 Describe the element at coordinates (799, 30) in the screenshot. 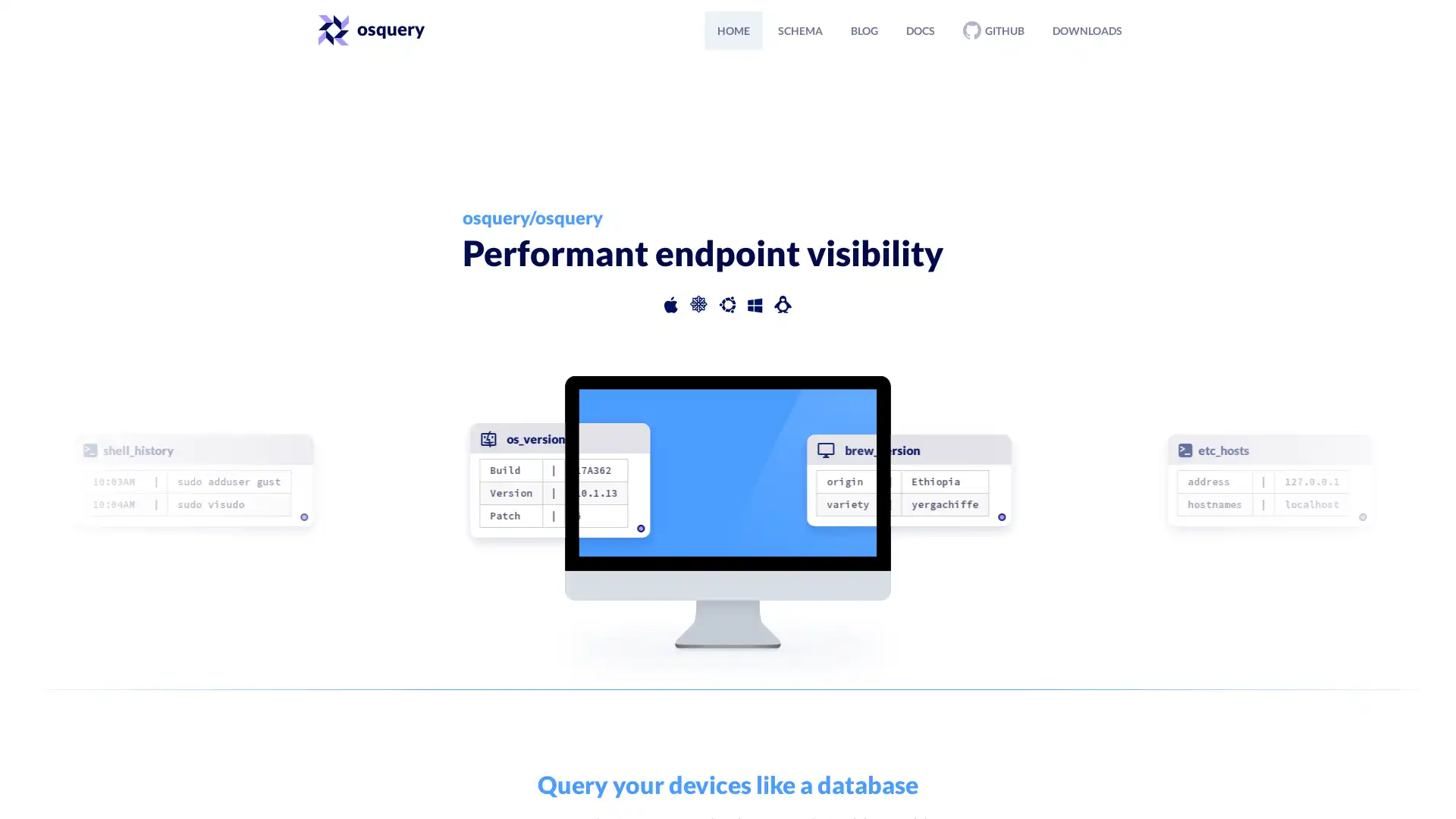

I see `SCHEMA` at that location.